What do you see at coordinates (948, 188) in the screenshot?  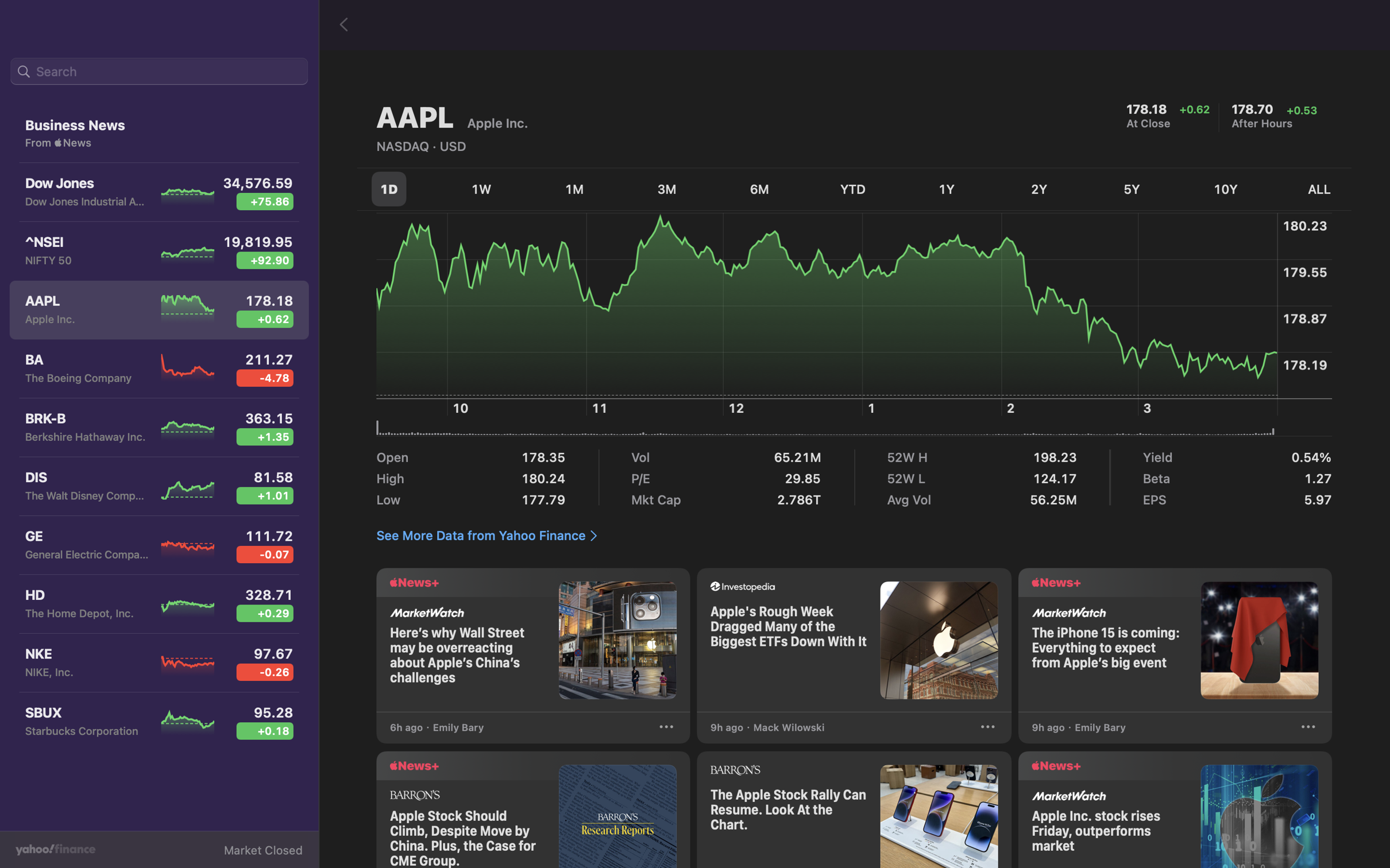 I see `Review the stock"s performance over the past year` at bounding box center [948, 188].